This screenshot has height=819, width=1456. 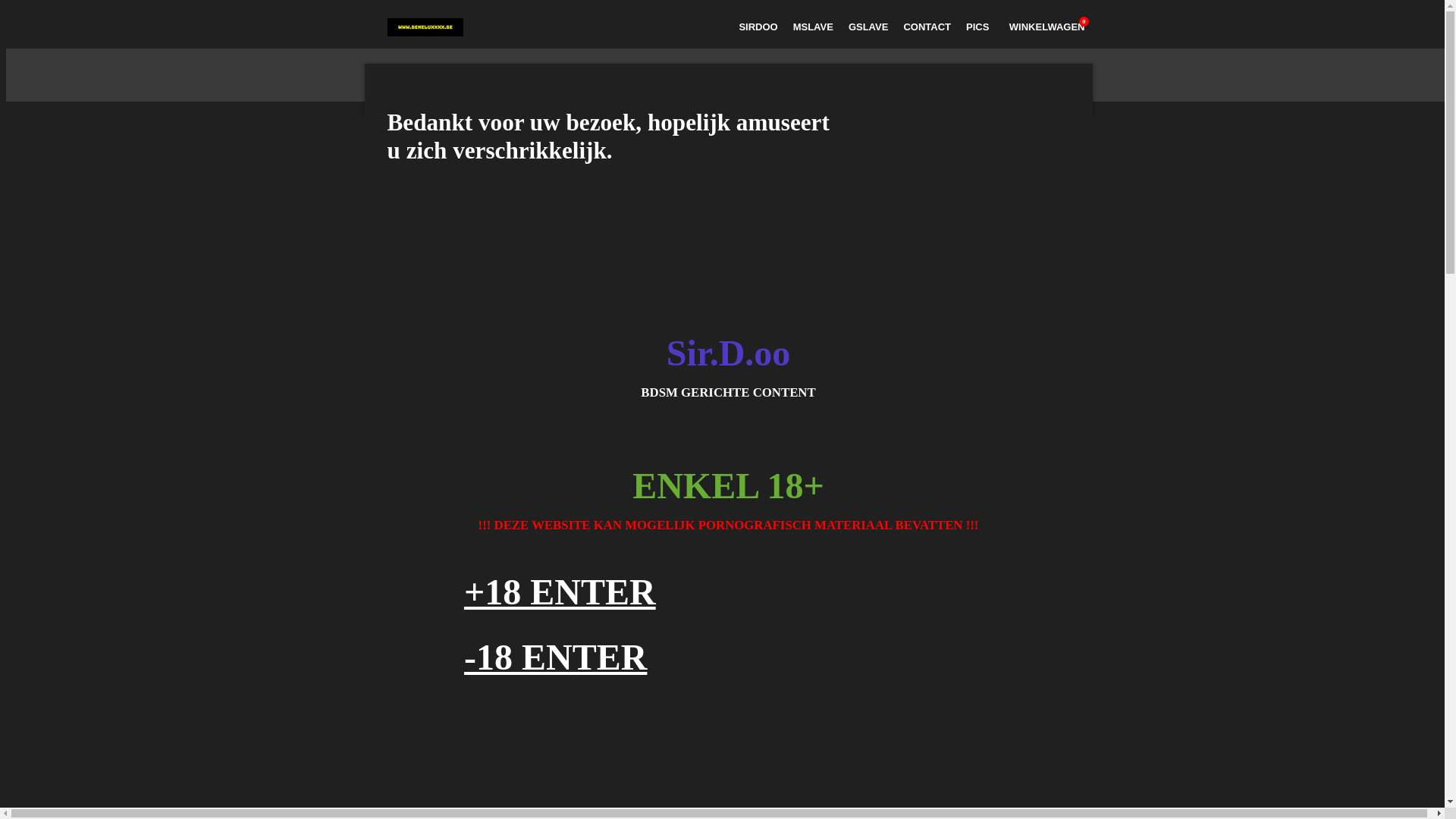 What do you see at coordinates (812, 27) in the screenshot?
I see `'MSLAVE'` at bounding box center [812, 27].